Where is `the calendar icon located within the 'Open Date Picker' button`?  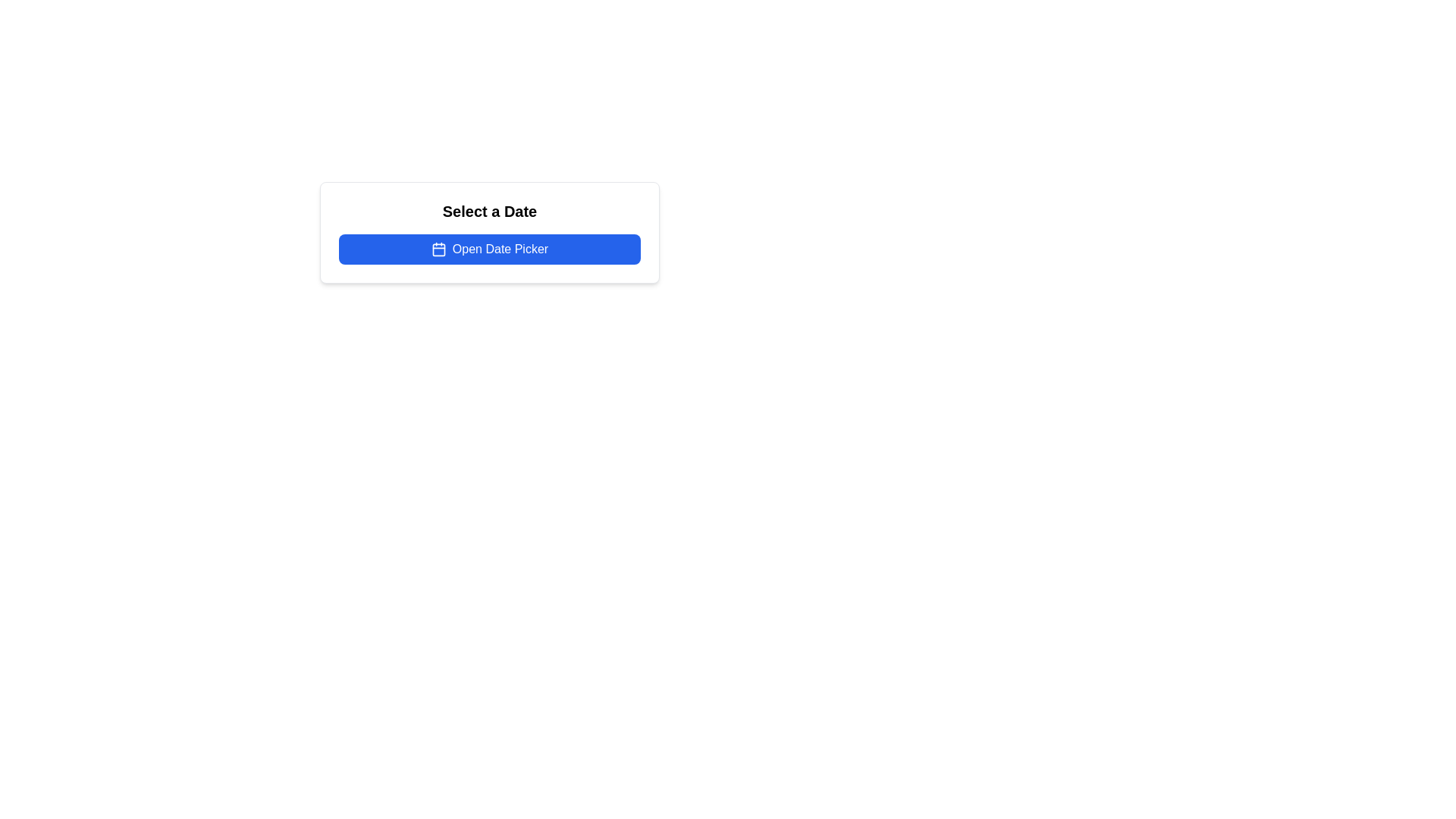 the calendar icon located within the 'Open Date Picker' button is located at coordinates (438, 248).